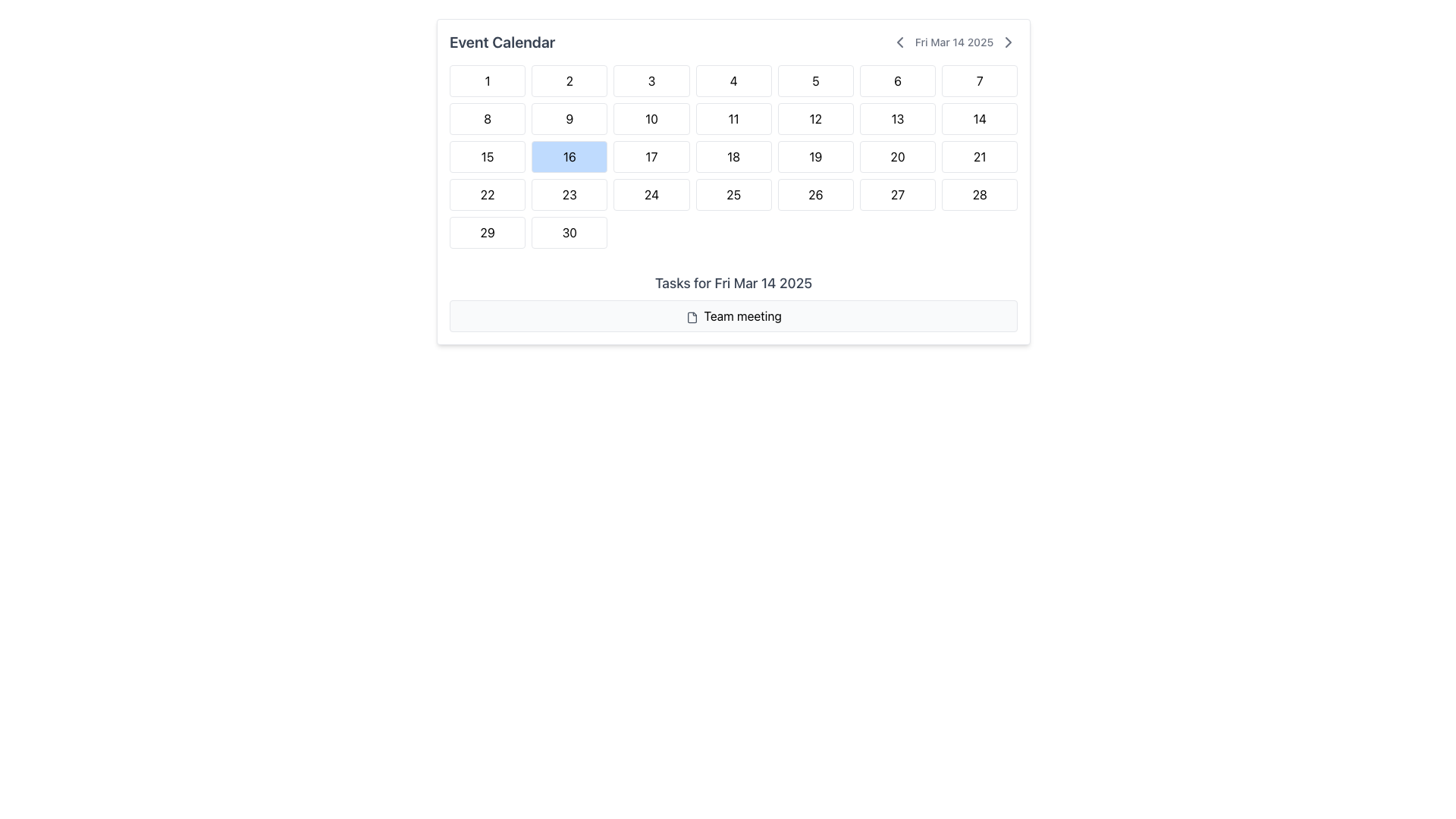 Image resolution: width=1456 pixels, height=819 pixels. I want to click on the button representing the date '8' in the calendar view, so click(488, 118).